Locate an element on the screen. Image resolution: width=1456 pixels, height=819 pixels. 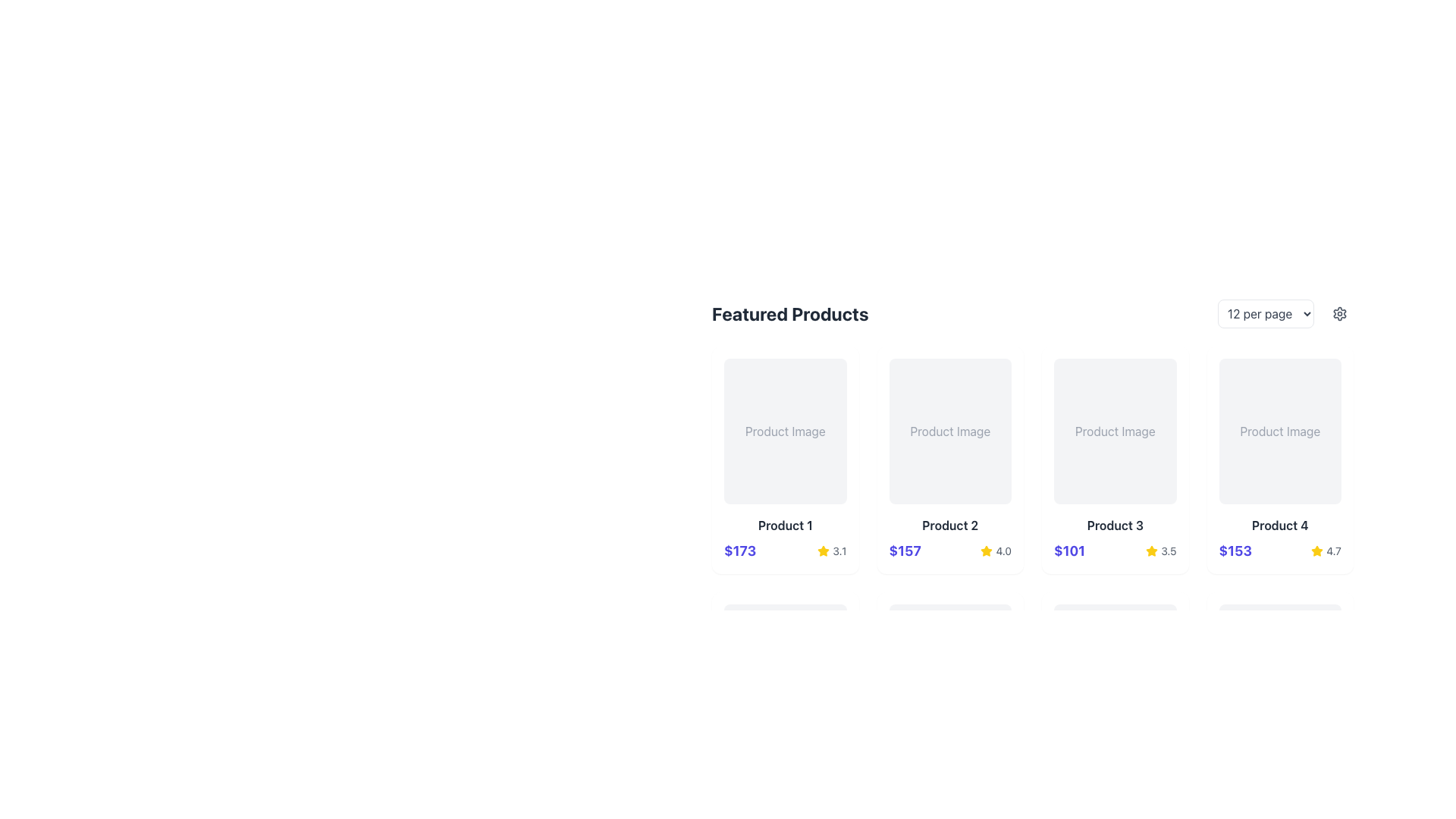
the Rating display in the last product card of the fourth column, which shows a star icon and a numeric rating value, positioned to the right of the price text ('$153') is located at coordinates (1326, 551).